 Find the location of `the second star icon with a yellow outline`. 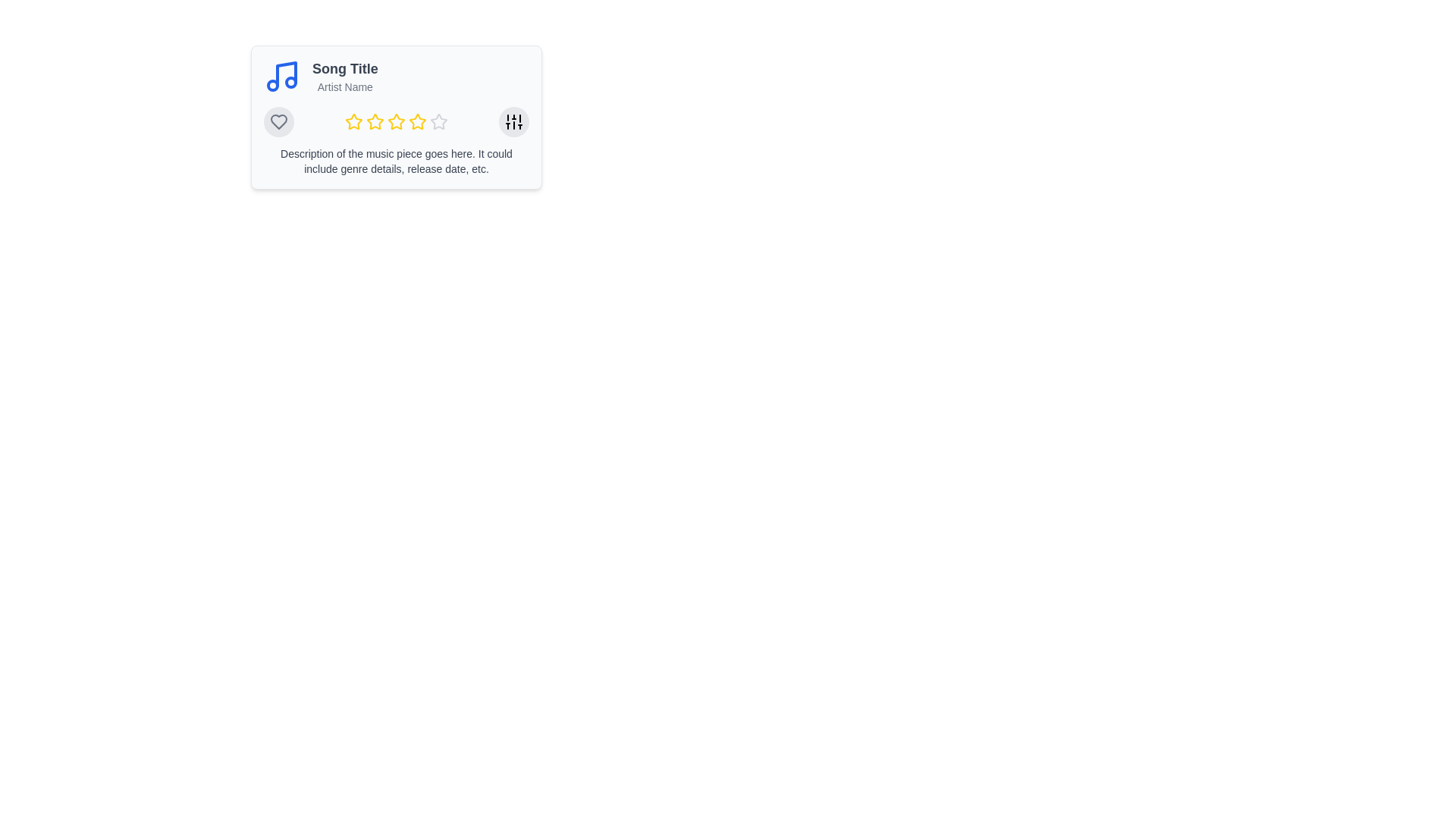

the second star icon with a yellow outline is located at coordinates (375, 121).